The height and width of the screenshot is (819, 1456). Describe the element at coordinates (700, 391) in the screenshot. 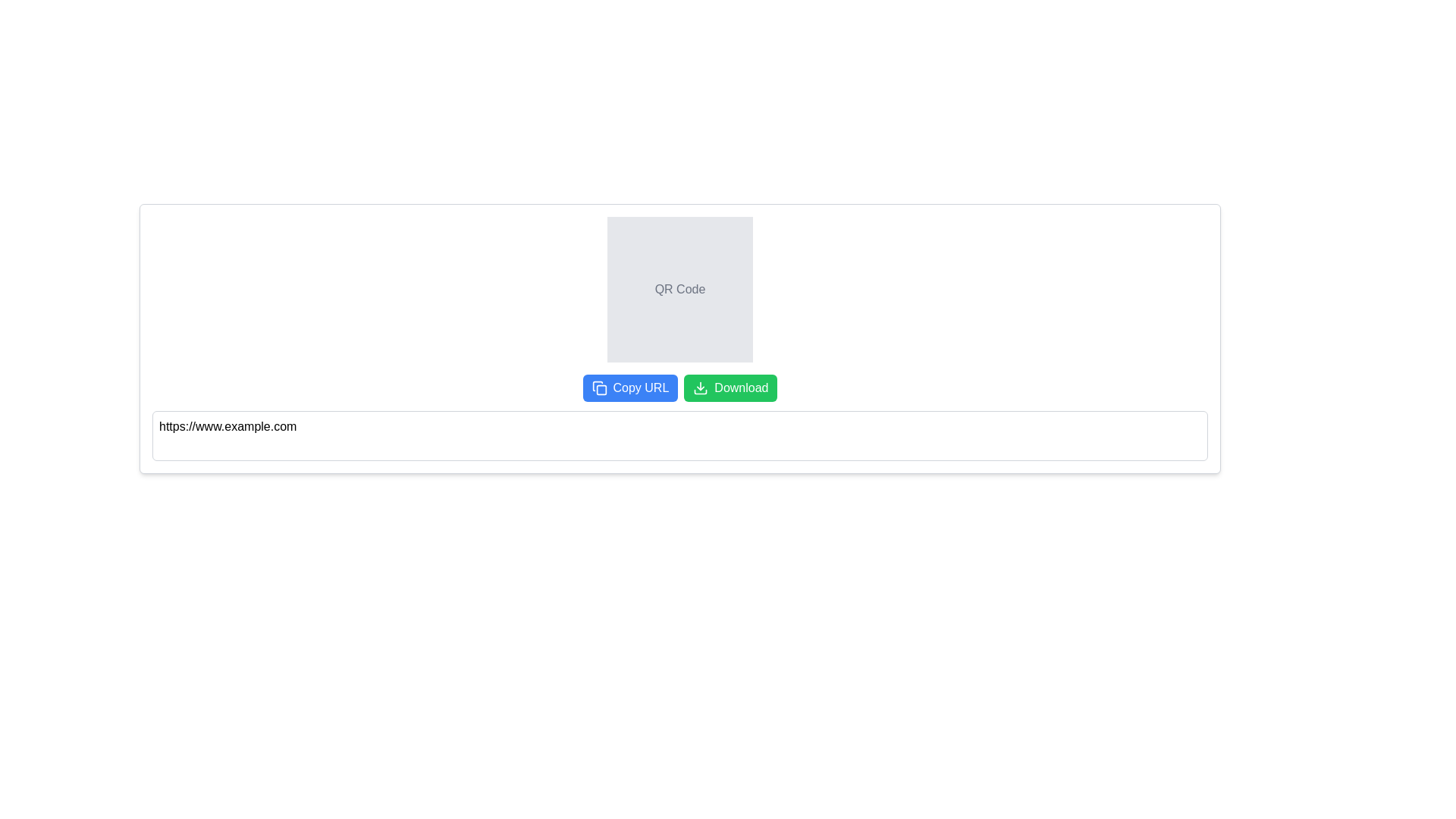

I see `the appearance of the download icon component located to the left of the 'Download' button at the lower right side of the interface` at that location.